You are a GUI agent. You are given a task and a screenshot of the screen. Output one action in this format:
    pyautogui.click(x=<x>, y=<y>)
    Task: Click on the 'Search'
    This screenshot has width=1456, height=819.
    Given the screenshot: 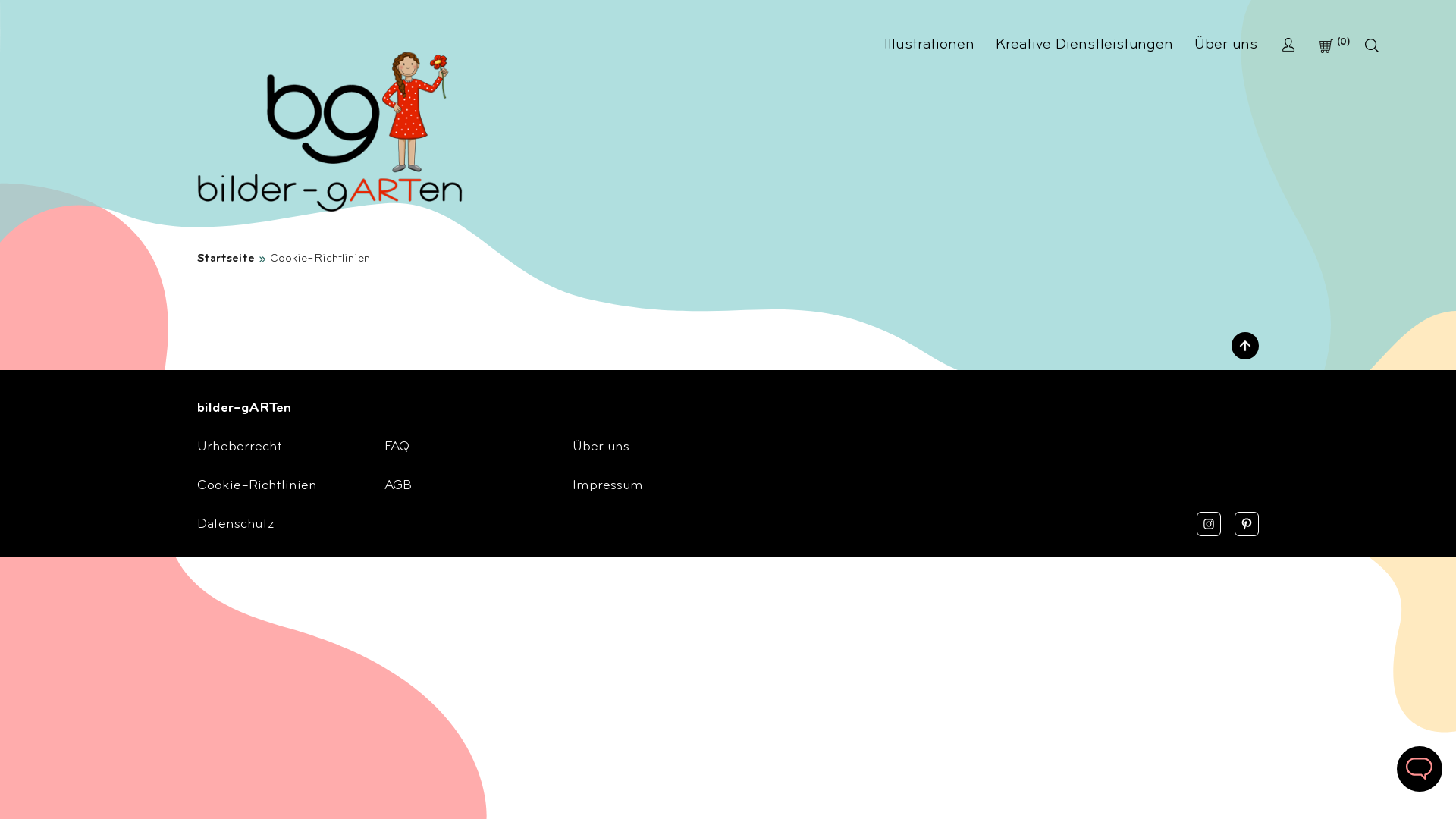 What is the action you would take?
    pyautogui.click(x=1373, y=45)
    